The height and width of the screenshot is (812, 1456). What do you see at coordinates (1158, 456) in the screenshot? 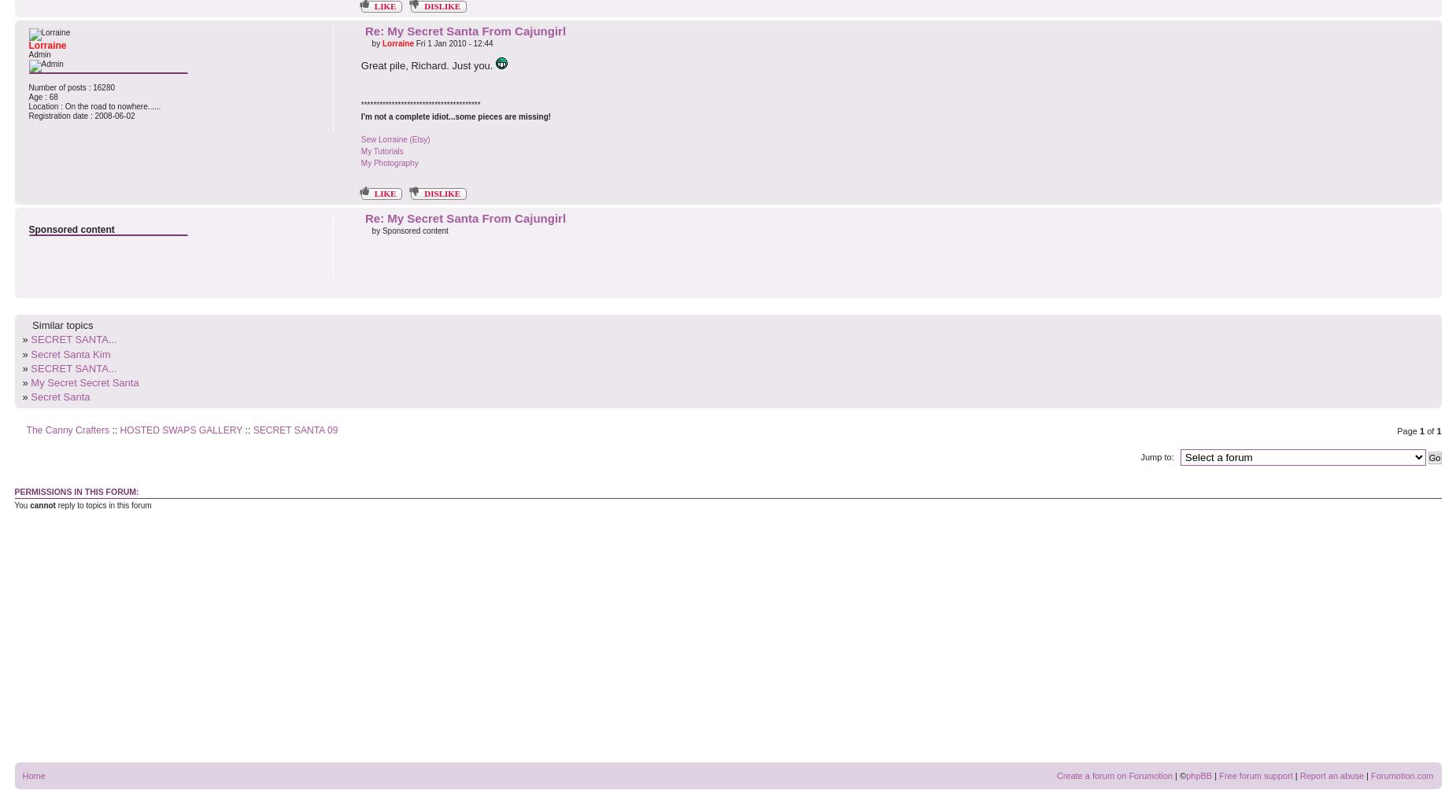
I see `'Jump to:'` at bounding box center [1158, 456].